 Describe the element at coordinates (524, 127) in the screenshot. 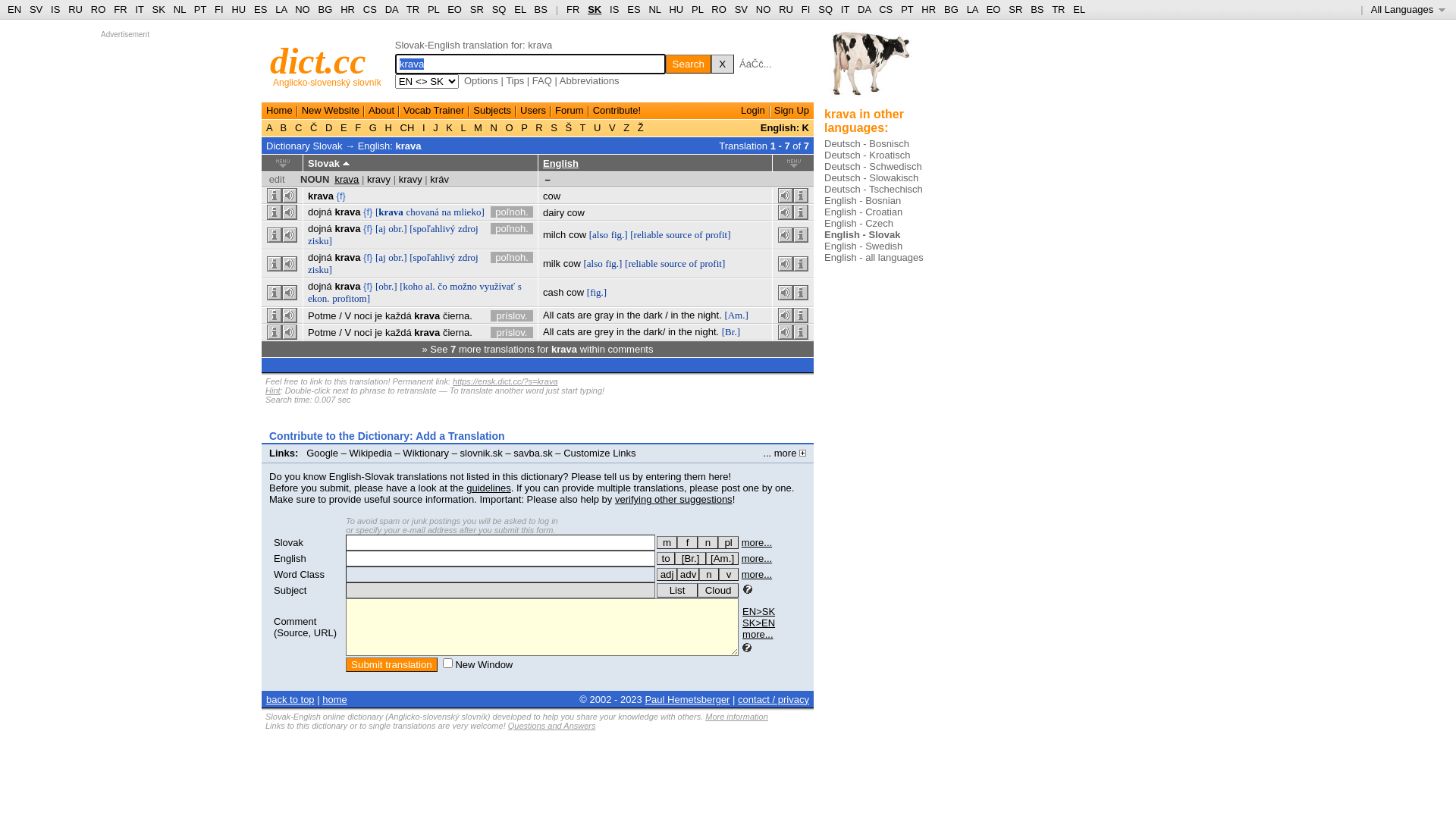

I see `'P'` at that location.